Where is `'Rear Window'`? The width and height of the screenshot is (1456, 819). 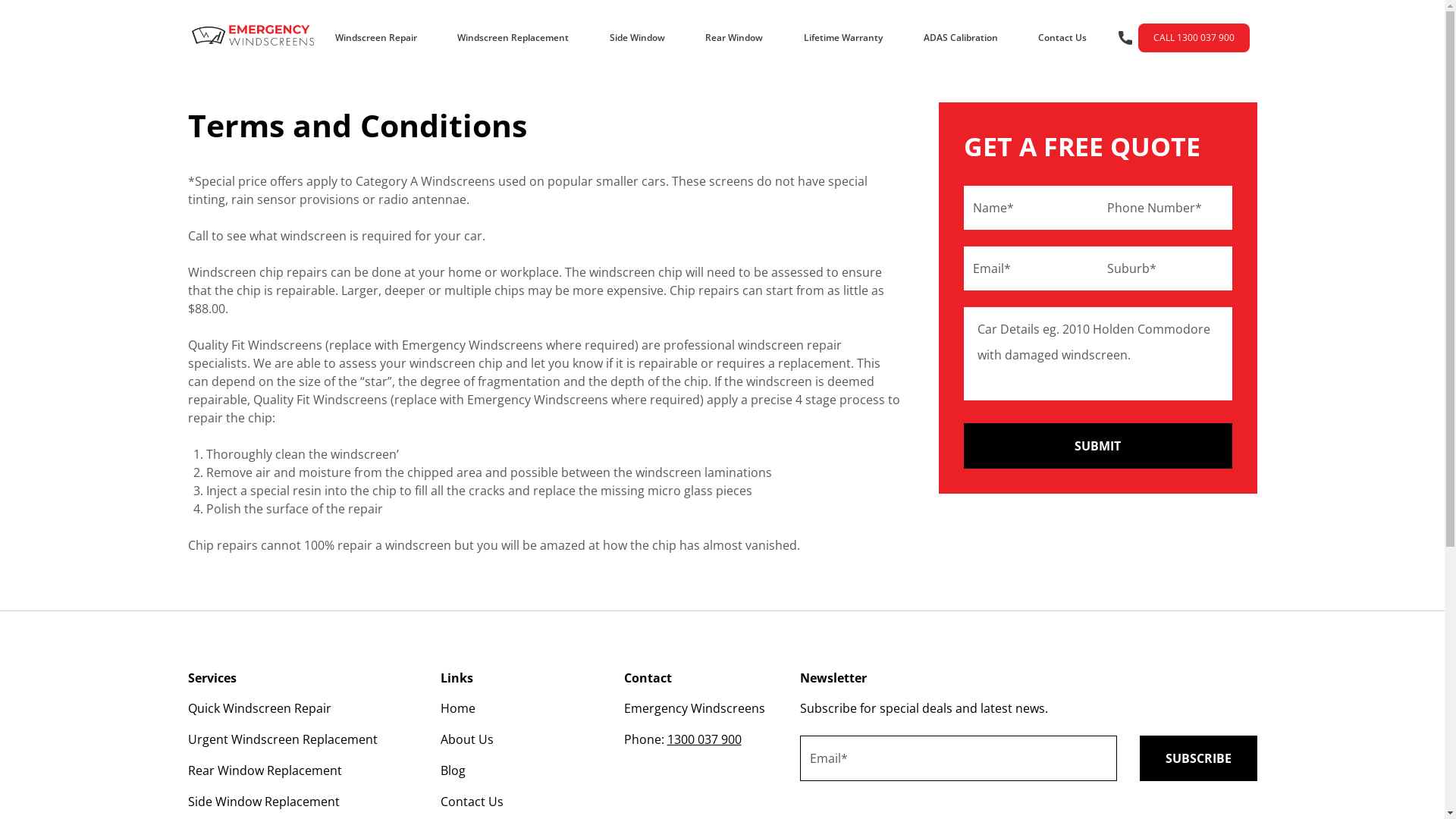 'Rear Window' is located at coordinates (691, 37).